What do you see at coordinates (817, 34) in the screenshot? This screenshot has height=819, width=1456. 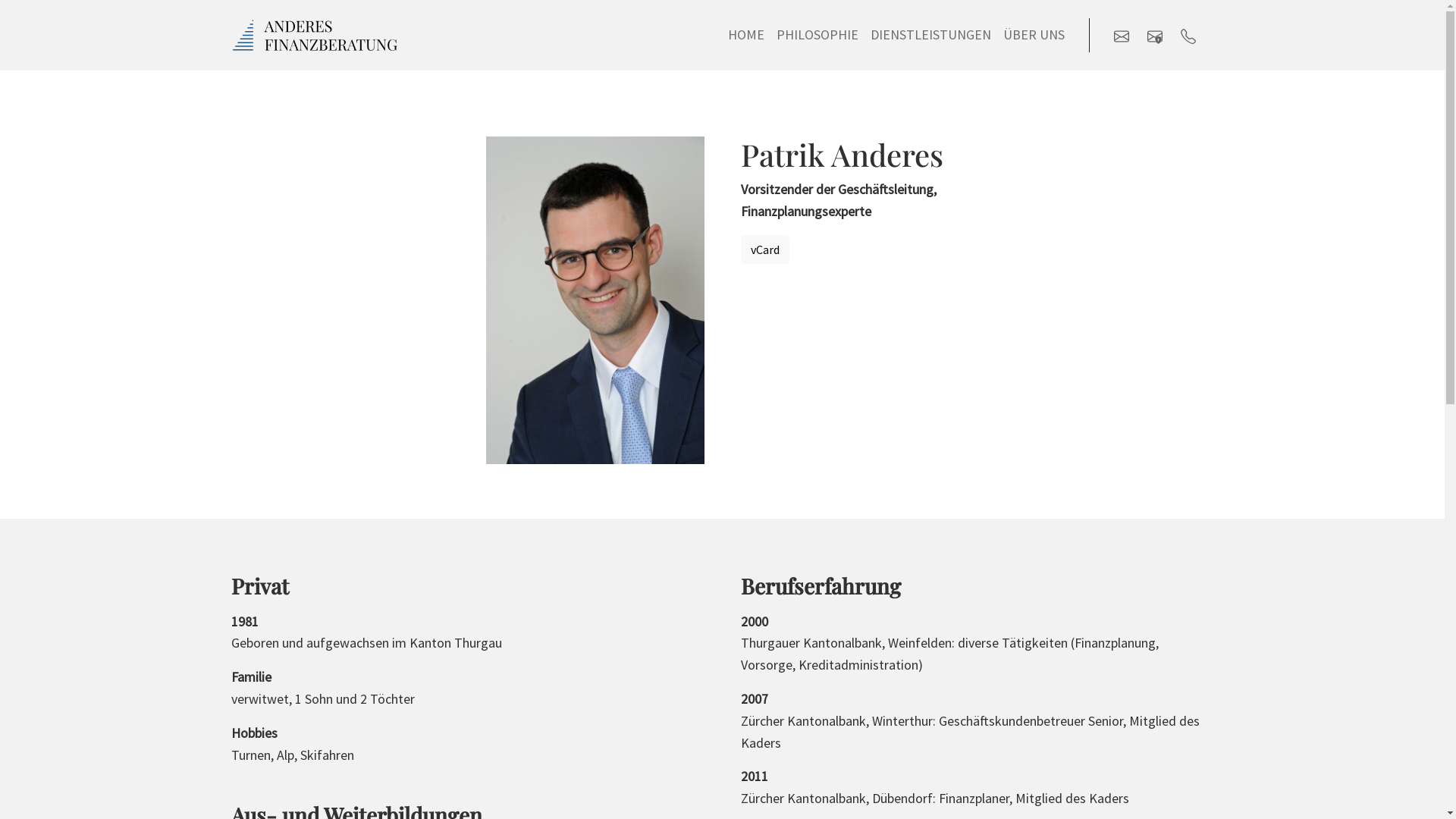 I see `'PHILOSOPHIE'` at bounding box center [817, 34].